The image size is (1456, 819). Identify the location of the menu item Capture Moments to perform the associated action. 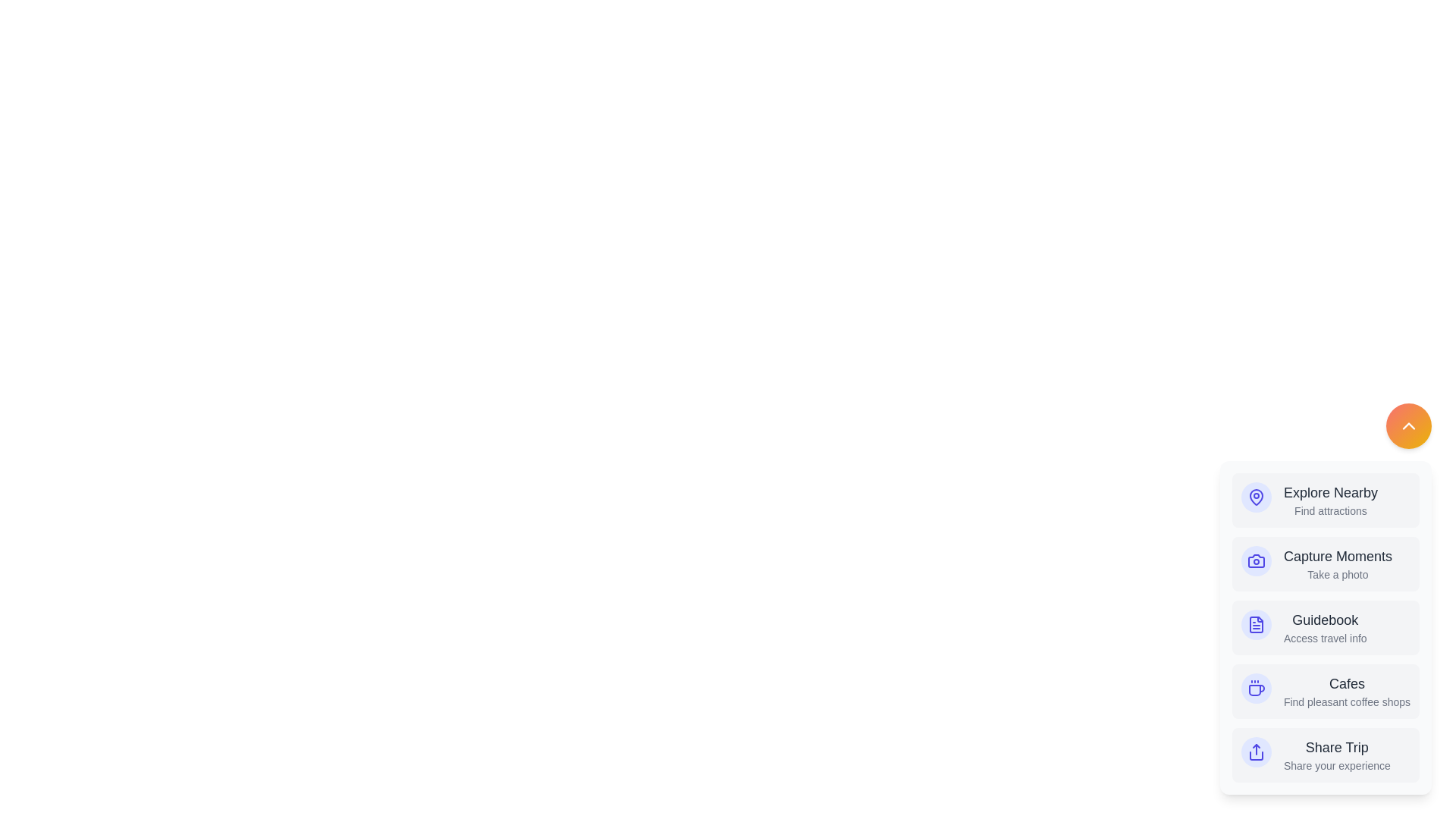
(1324, 564).